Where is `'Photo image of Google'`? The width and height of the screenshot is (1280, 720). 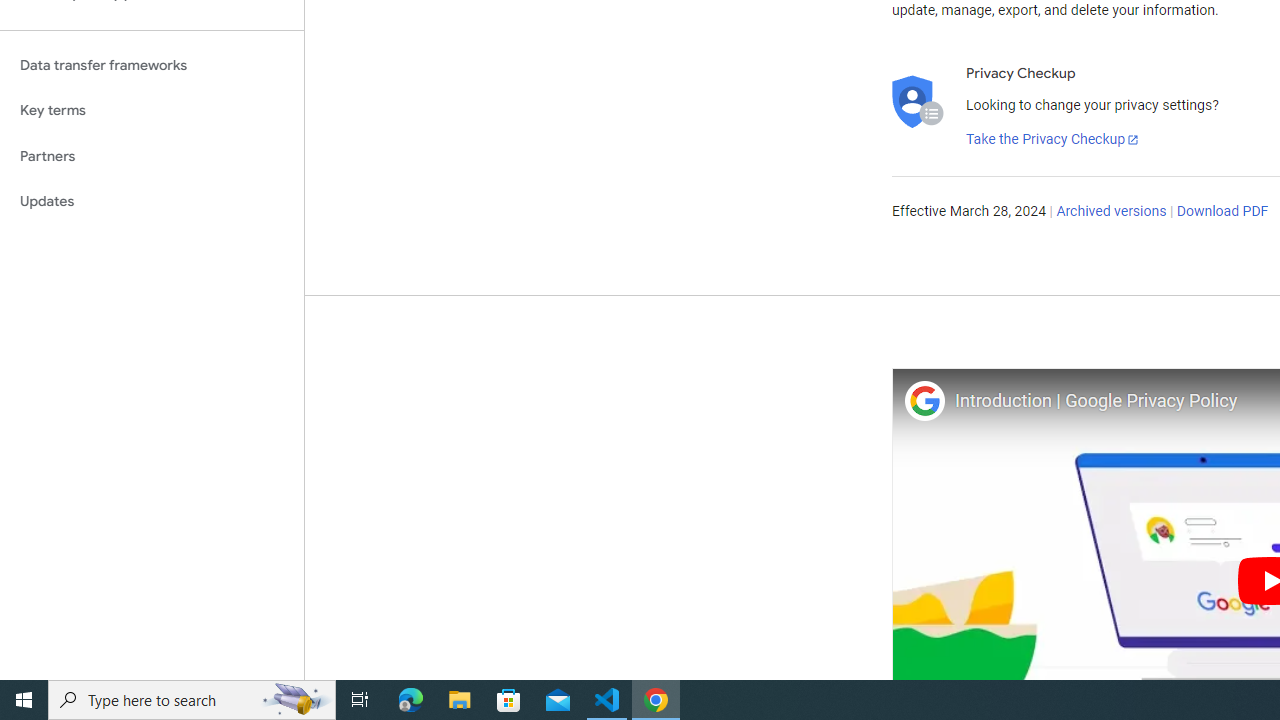 'Photo image of Google' is located at coordinates (923, 400).